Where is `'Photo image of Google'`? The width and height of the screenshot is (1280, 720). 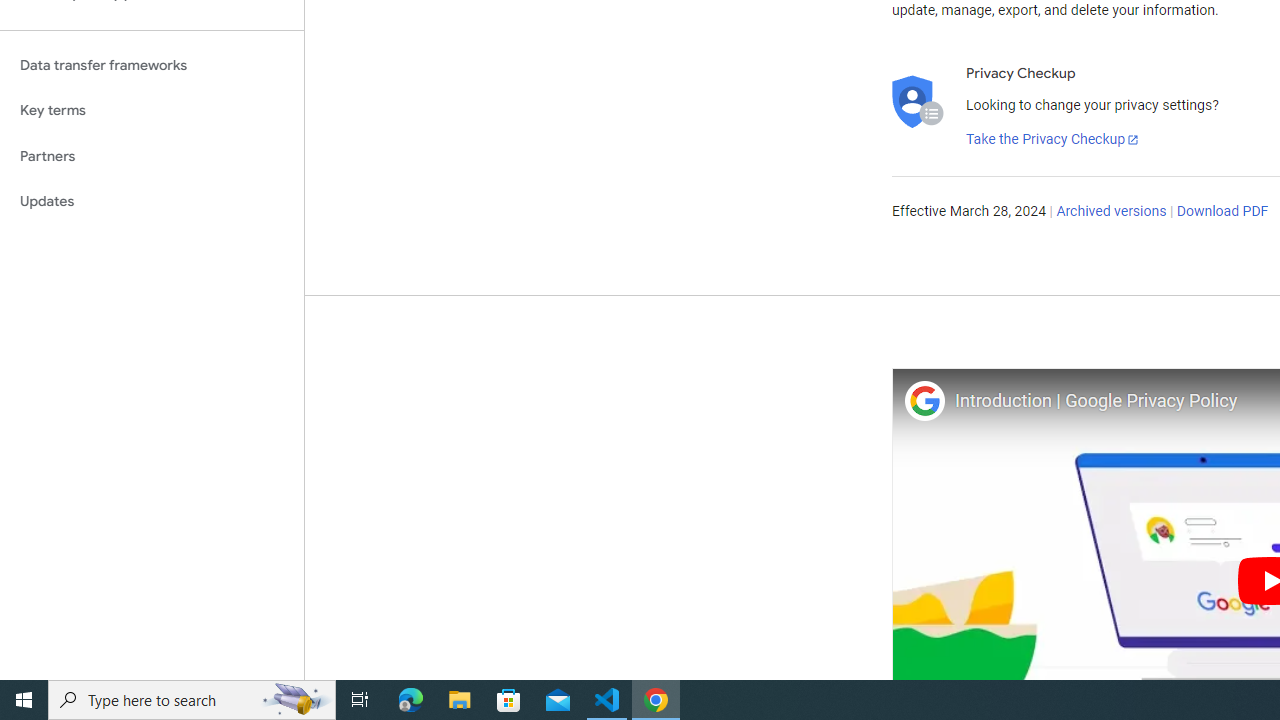 'Photo image of Google' is located at coordinates (923, 400).